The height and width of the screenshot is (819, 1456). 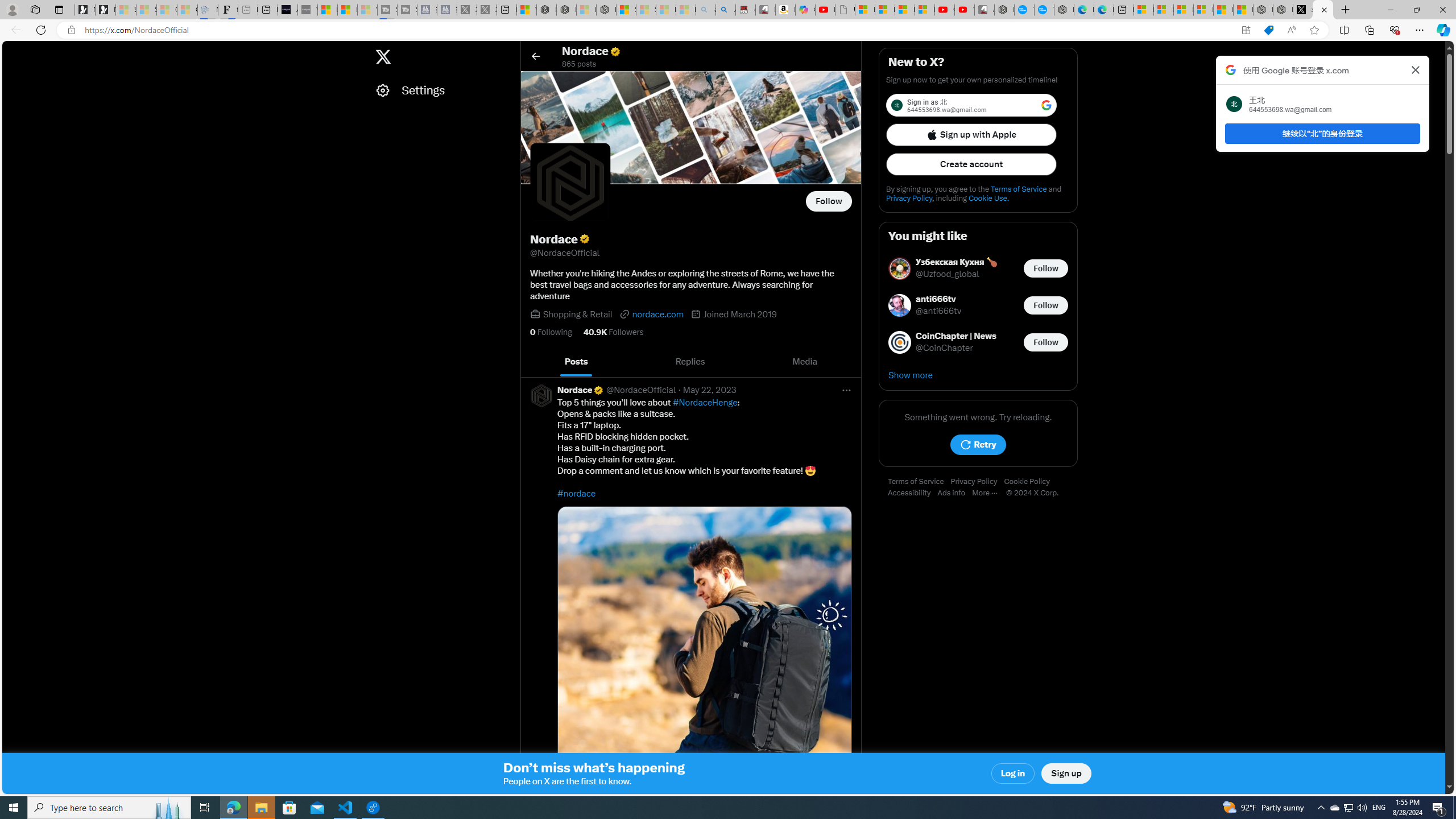 What do you see at coordinates (576, 493) in the screenshot?
I see `'#nordace'` at bounding box center [576, 493].